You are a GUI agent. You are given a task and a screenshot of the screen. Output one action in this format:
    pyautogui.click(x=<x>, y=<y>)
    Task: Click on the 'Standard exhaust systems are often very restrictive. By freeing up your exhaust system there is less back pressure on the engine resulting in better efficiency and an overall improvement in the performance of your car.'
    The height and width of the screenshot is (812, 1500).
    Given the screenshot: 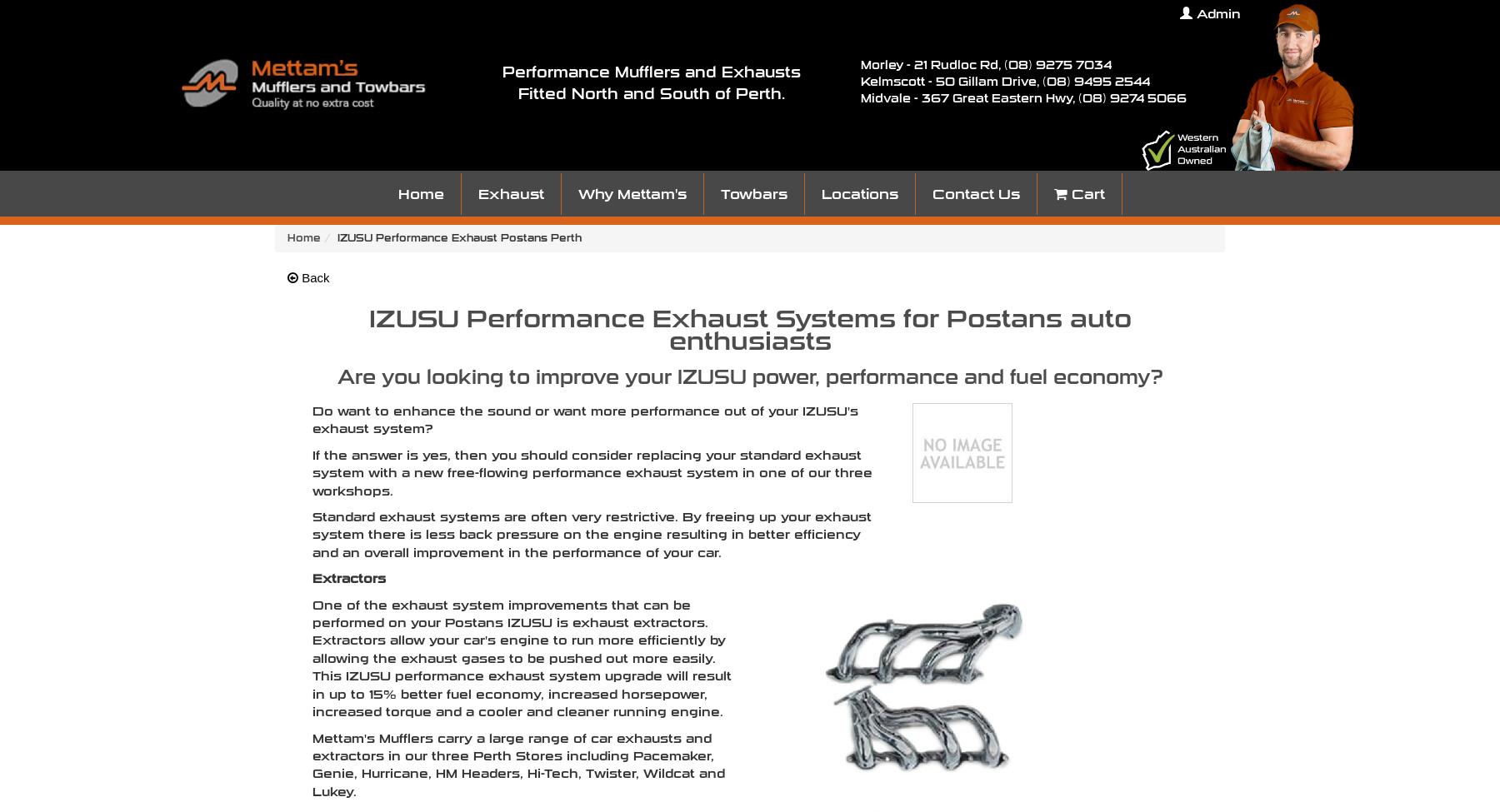 What is the action you would take?
    pyautogui.click(x=591, y=534)
    